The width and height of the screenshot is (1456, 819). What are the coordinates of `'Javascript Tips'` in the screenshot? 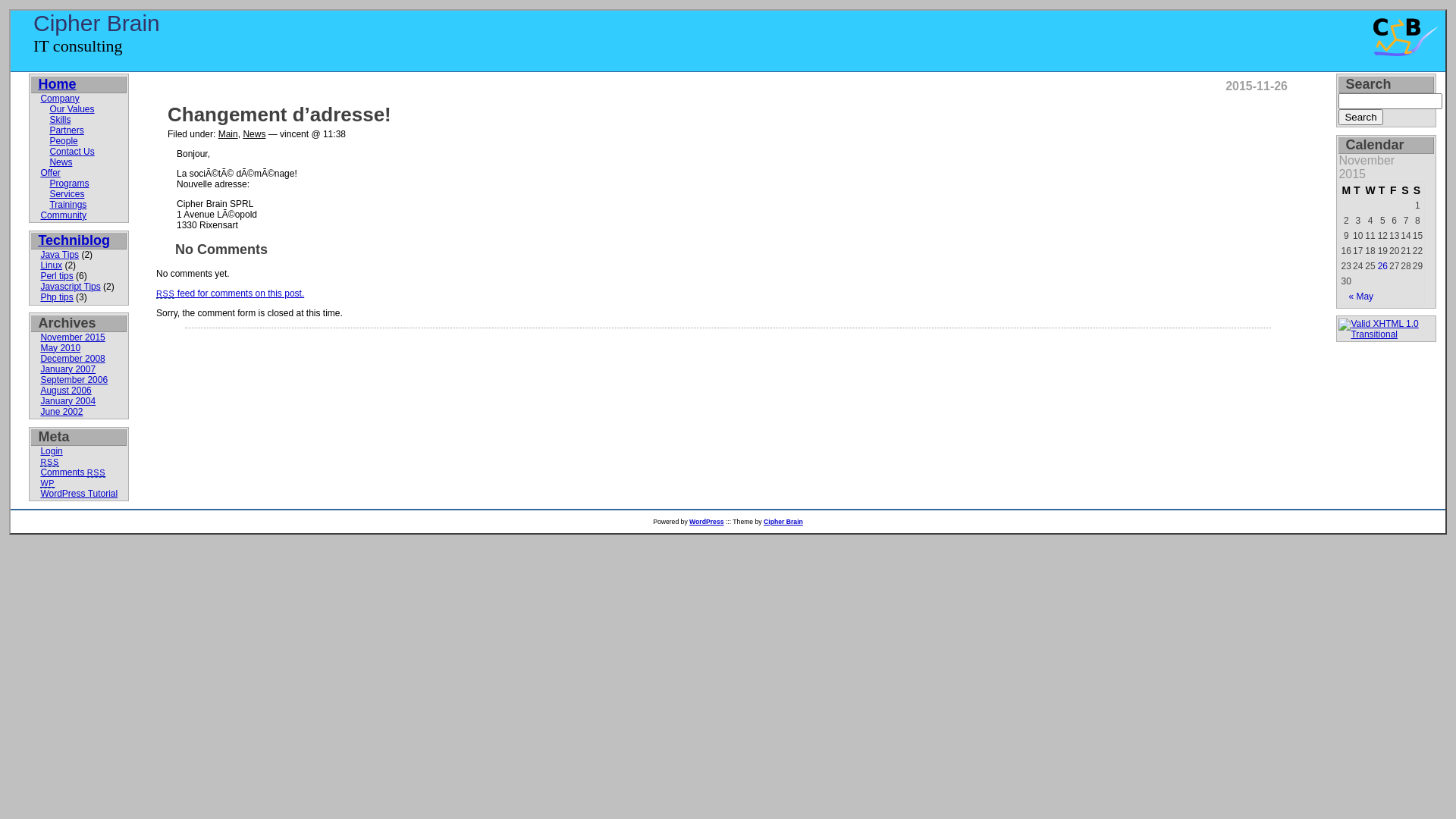 It's located at (69, 287).